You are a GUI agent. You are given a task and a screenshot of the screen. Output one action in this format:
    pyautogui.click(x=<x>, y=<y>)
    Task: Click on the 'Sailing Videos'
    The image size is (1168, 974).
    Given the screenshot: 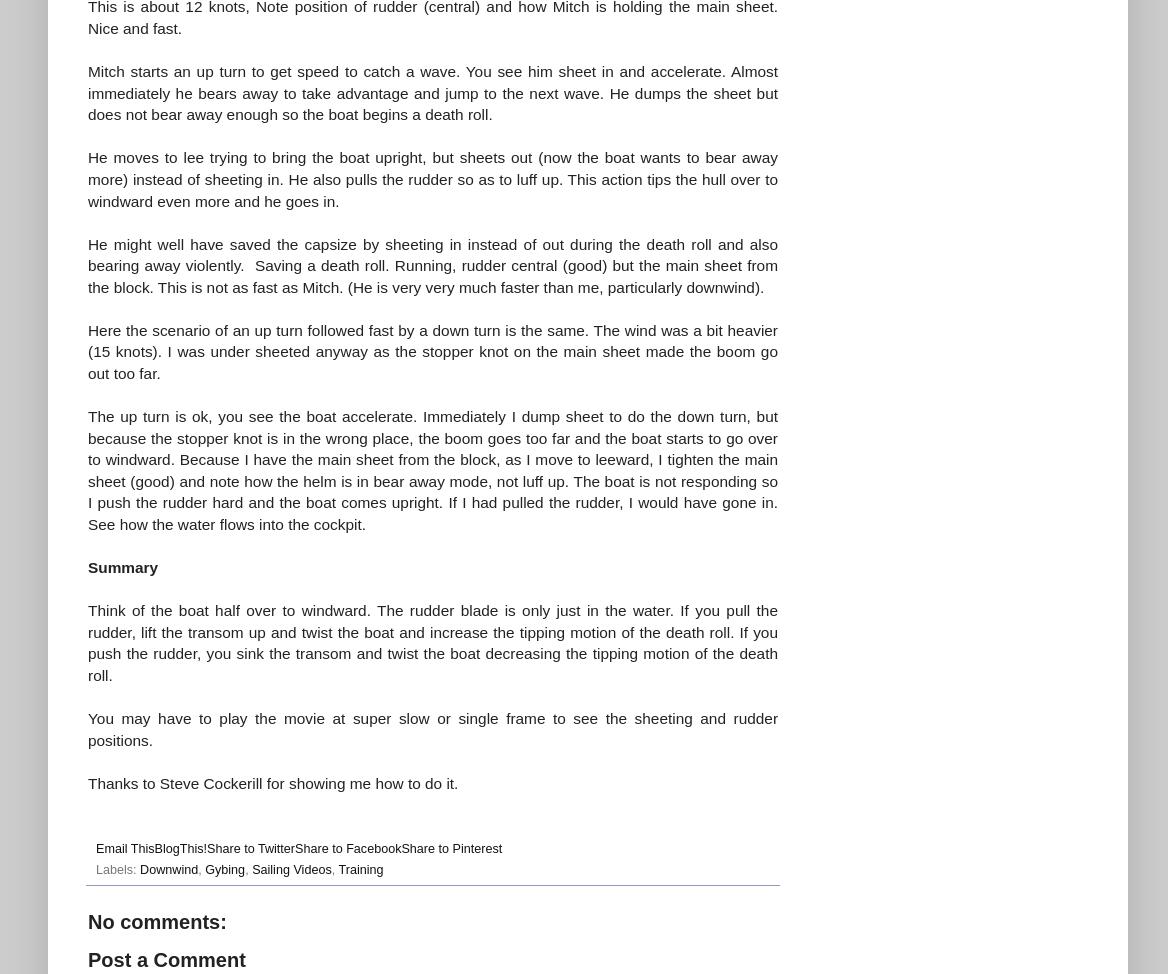 What is the action you would take?
    pyautogui.click(x=290, y=869)
    